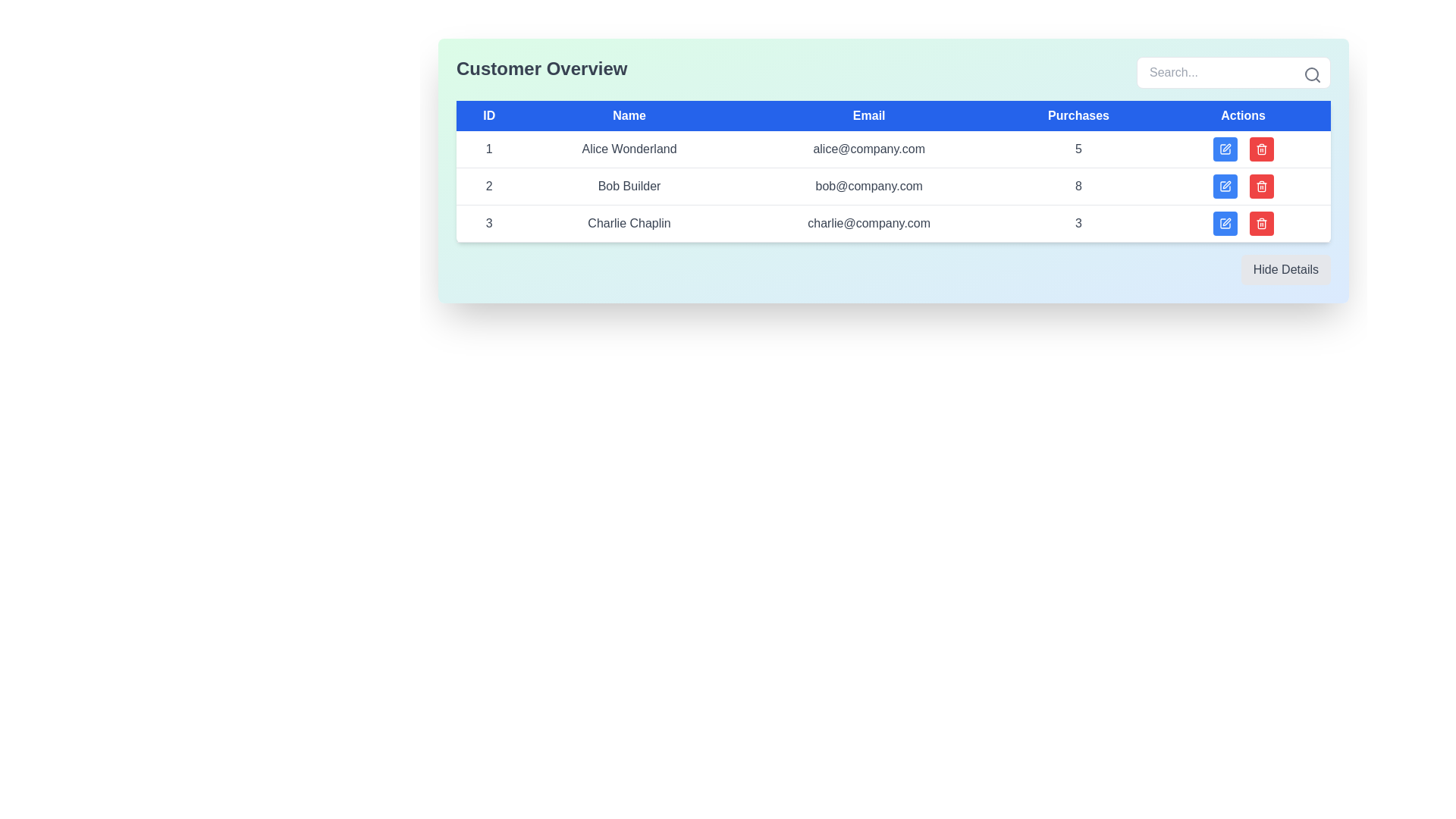 Image resolution: width=1456 pixels, height=819 pixels. What do you see at coordinates (489, 149) in the screenshot?
I see `the numeric label '1' in the first column of the table under the 'ID' header` at bounding box center [489, 149].